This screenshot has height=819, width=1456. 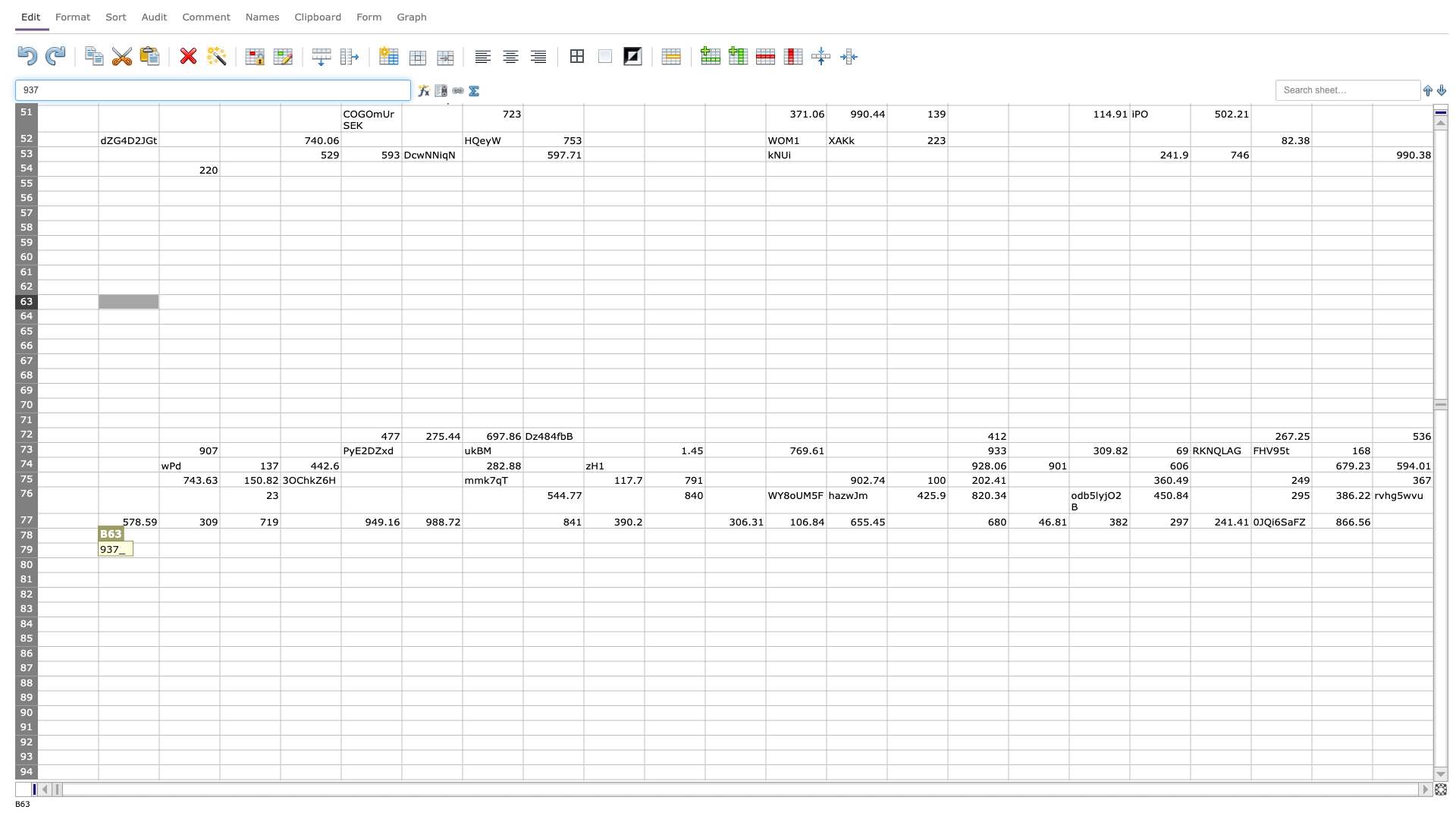 What do you see at coordinates (159, 542) in the screenshot?
I see `Upper left corner of cell C79` at bounding box center [159, 542].